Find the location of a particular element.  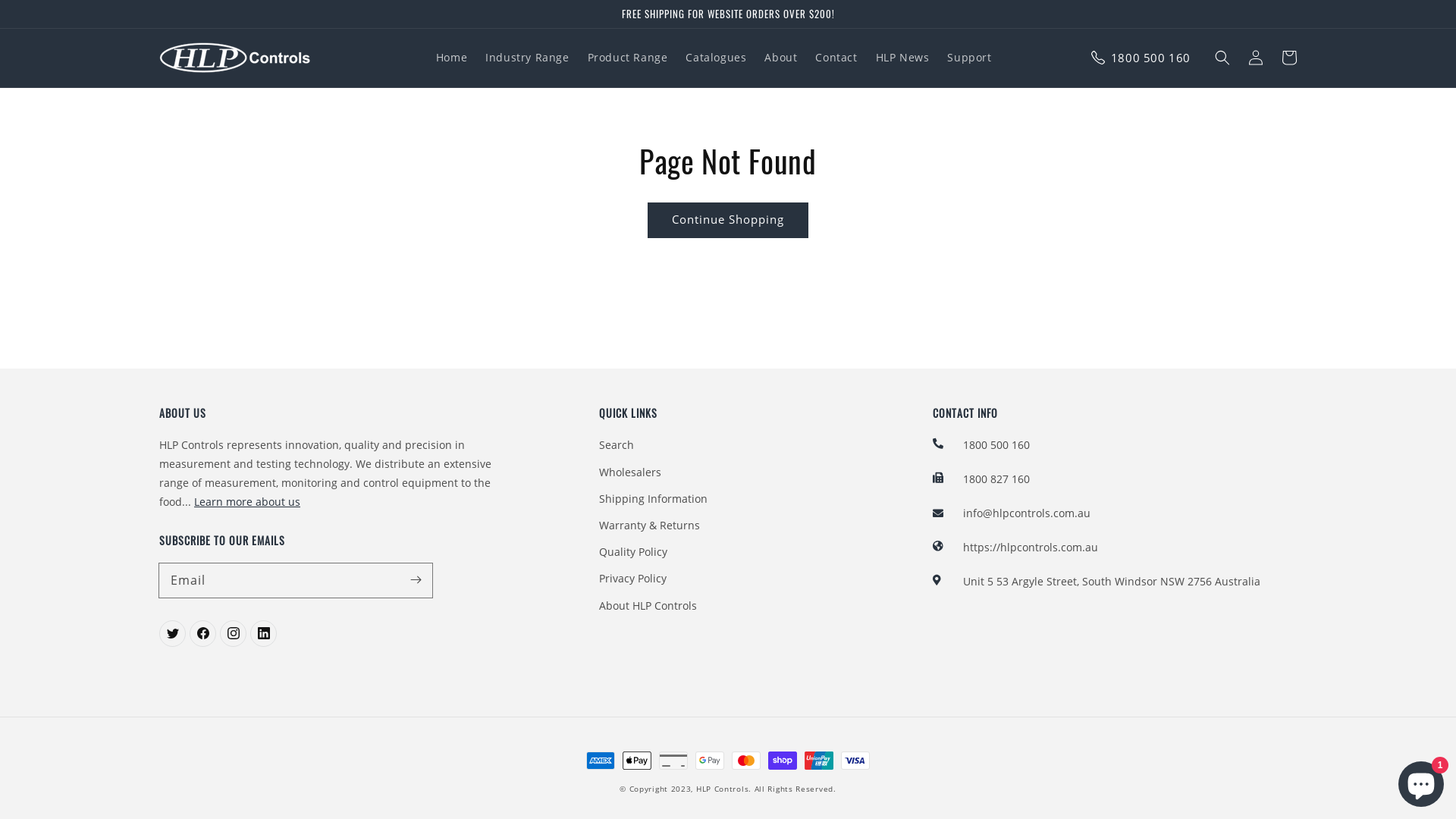

'HLP News' is located at coordinates (902, 57).